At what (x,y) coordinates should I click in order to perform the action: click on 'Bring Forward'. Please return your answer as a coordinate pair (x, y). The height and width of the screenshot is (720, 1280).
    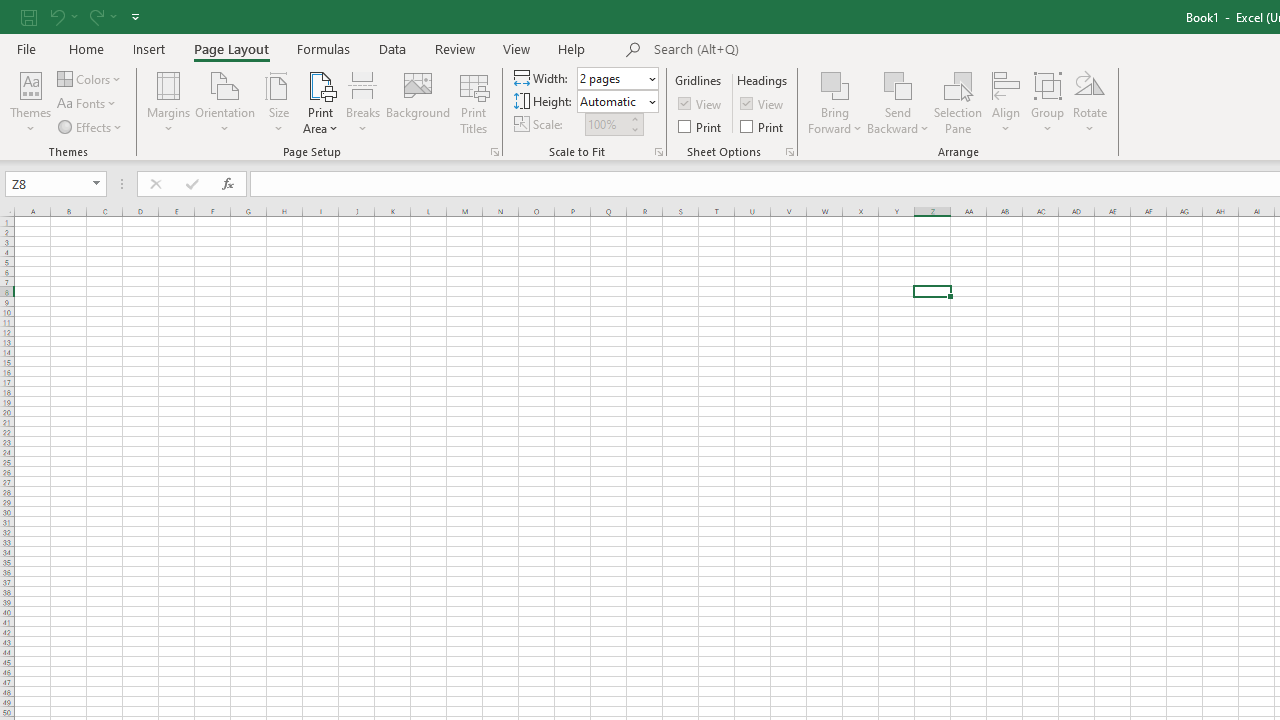
    Looking at the image, I should click on (835, 84).